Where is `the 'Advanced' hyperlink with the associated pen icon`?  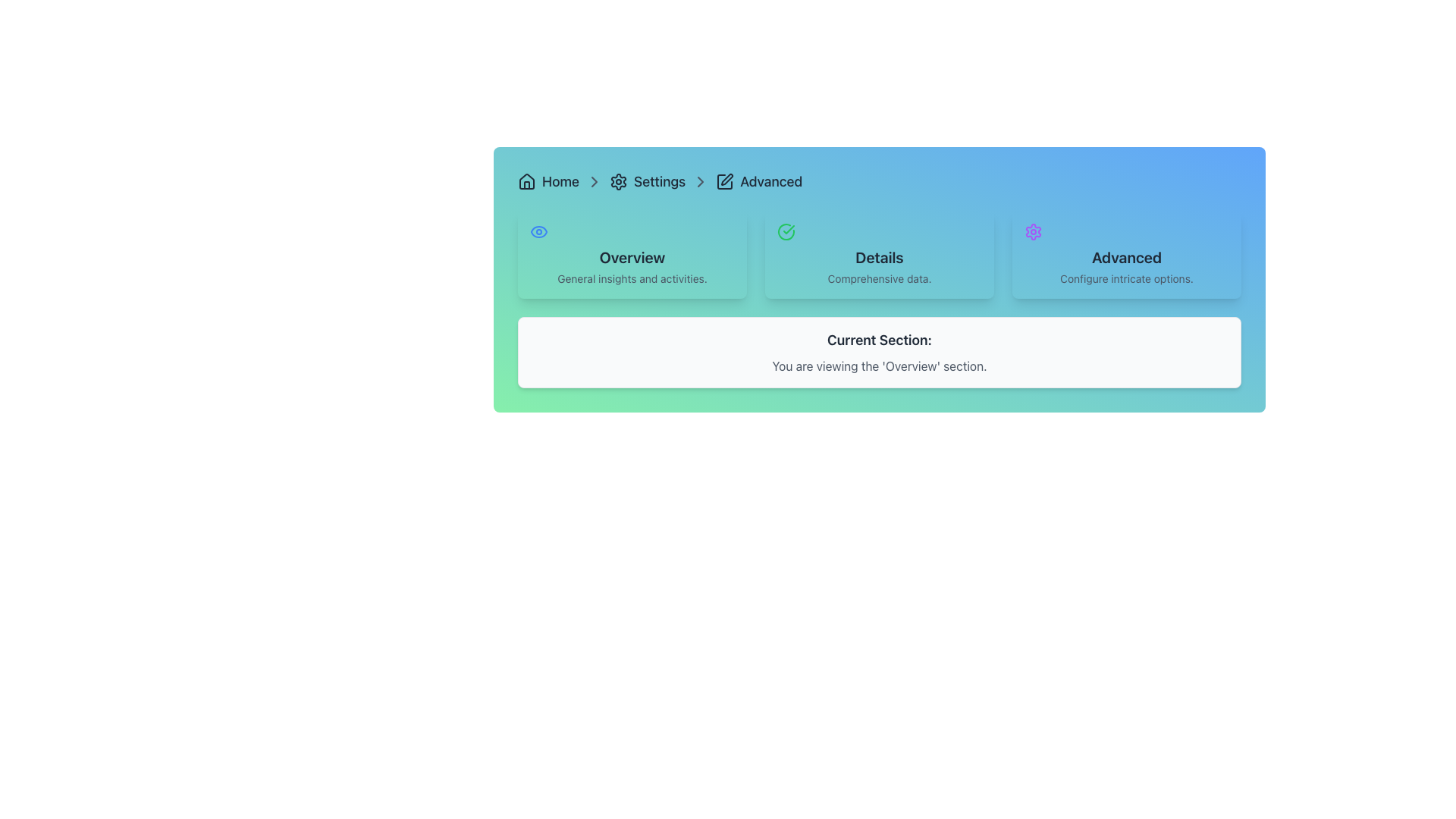 the 'Advanced' hyperlink with the associated pen icon is located at coordinates (759, 180).